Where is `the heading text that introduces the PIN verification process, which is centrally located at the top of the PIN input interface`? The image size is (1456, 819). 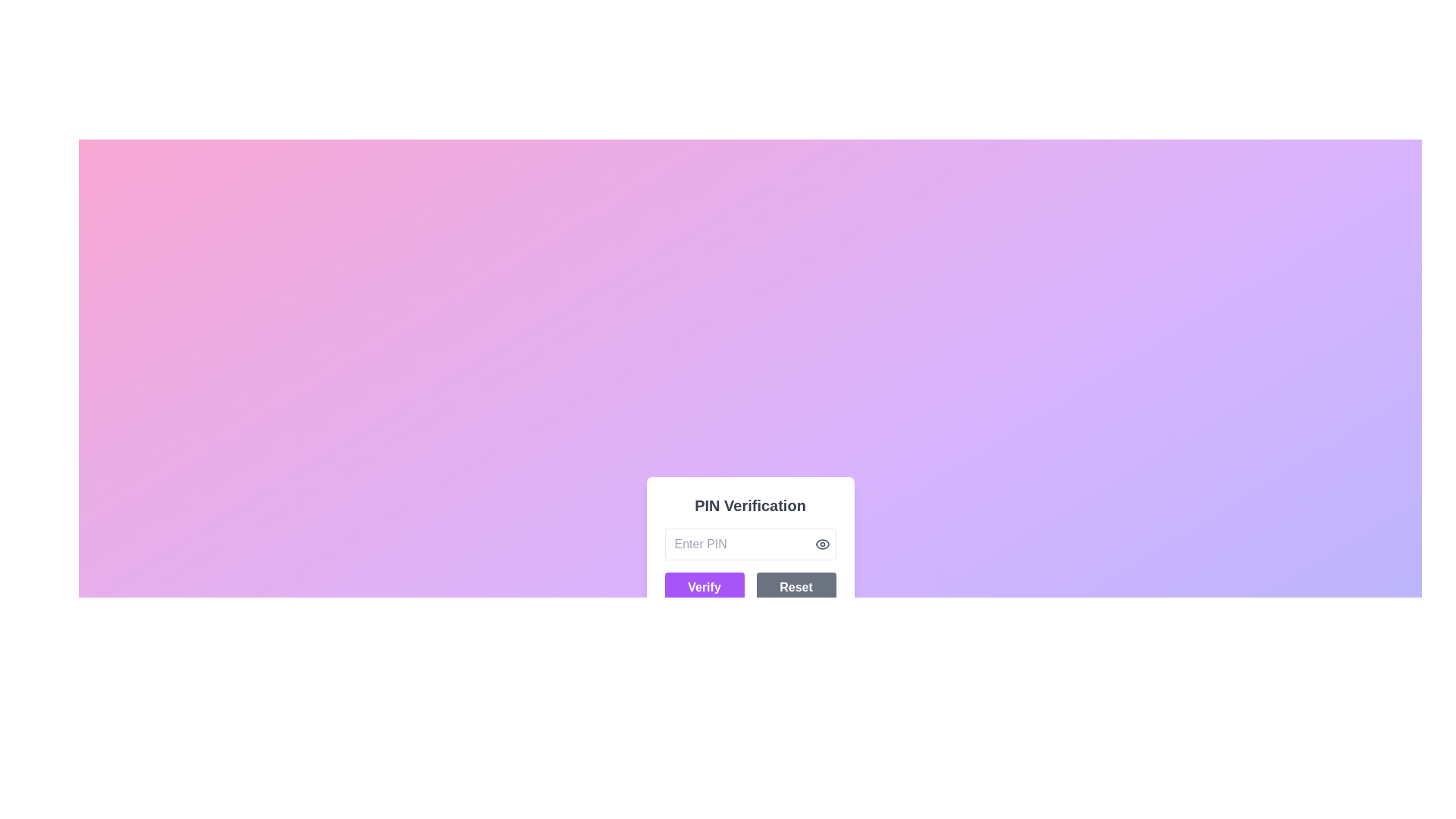
the heading text that introduces the PIN verification process, which is centrally located at the top of the PIN input interface is located at coordinates (750, 506).